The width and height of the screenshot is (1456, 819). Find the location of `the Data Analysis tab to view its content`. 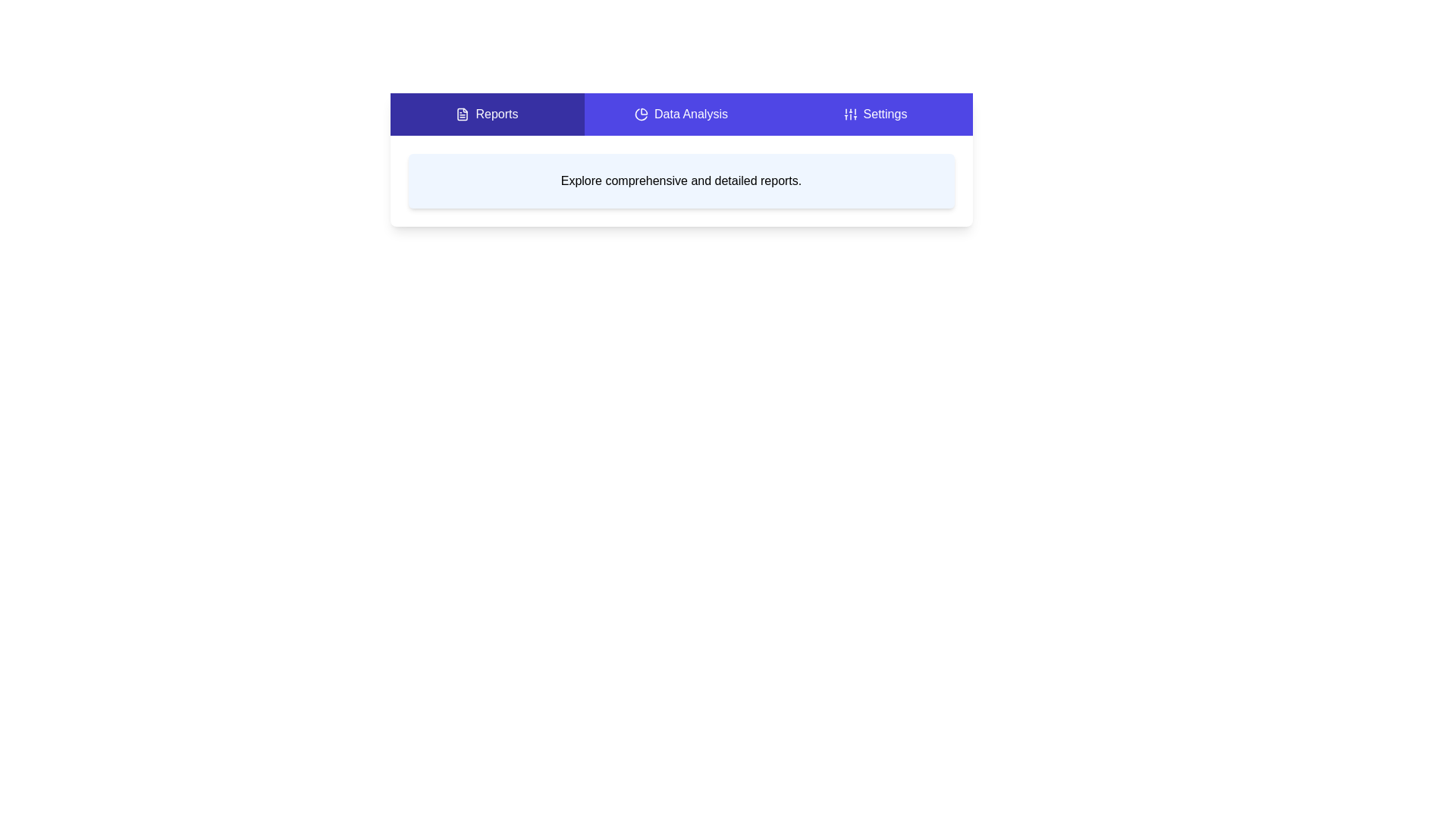

the Data Analysis tab to view its content is located at coordinates (680, 113).